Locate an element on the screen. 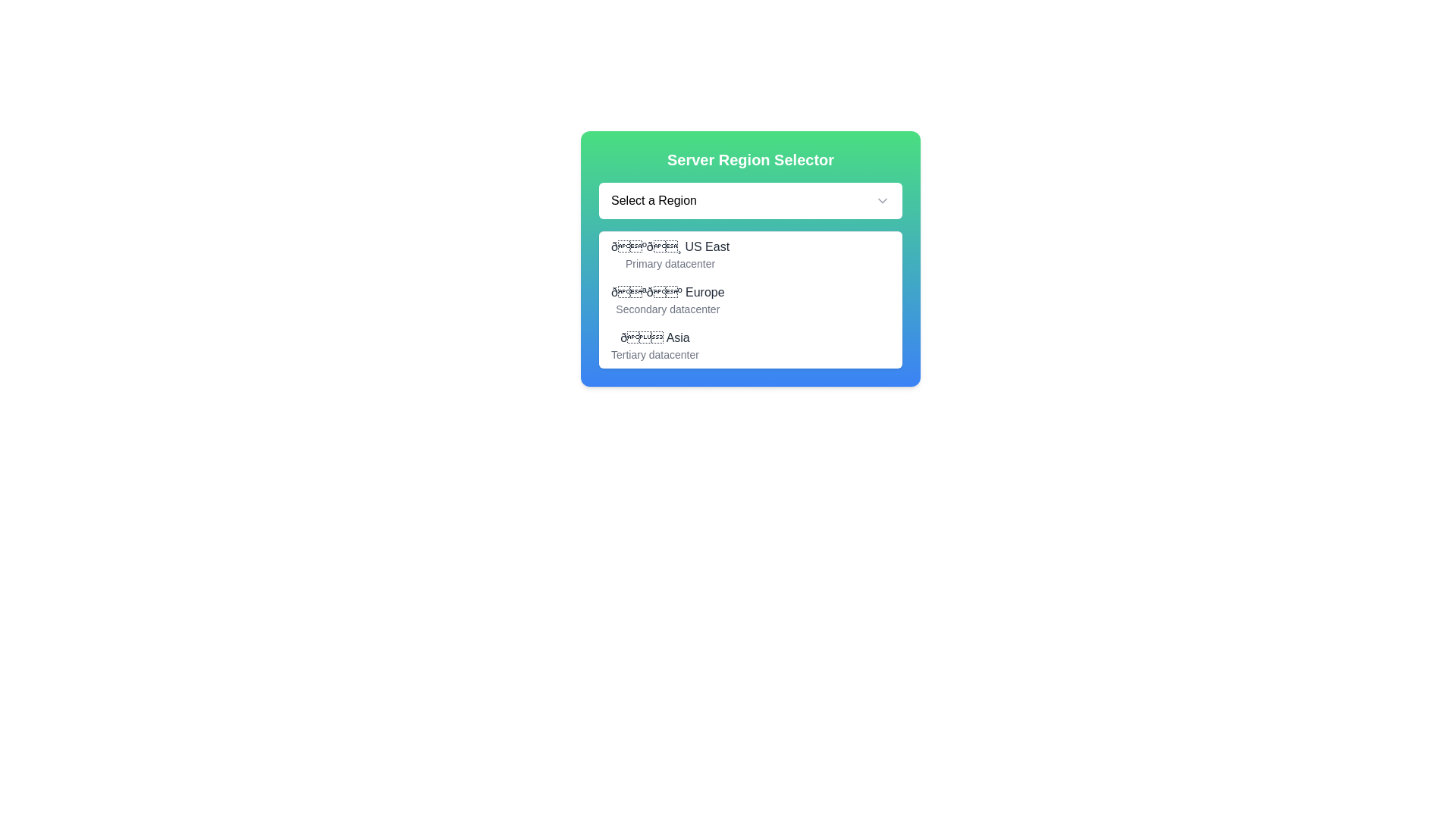  on the first selectable text element in the dropdown labeled 'Select a Region', which shows the US flag and the text 'US East' is located at coordinates (669, 253).